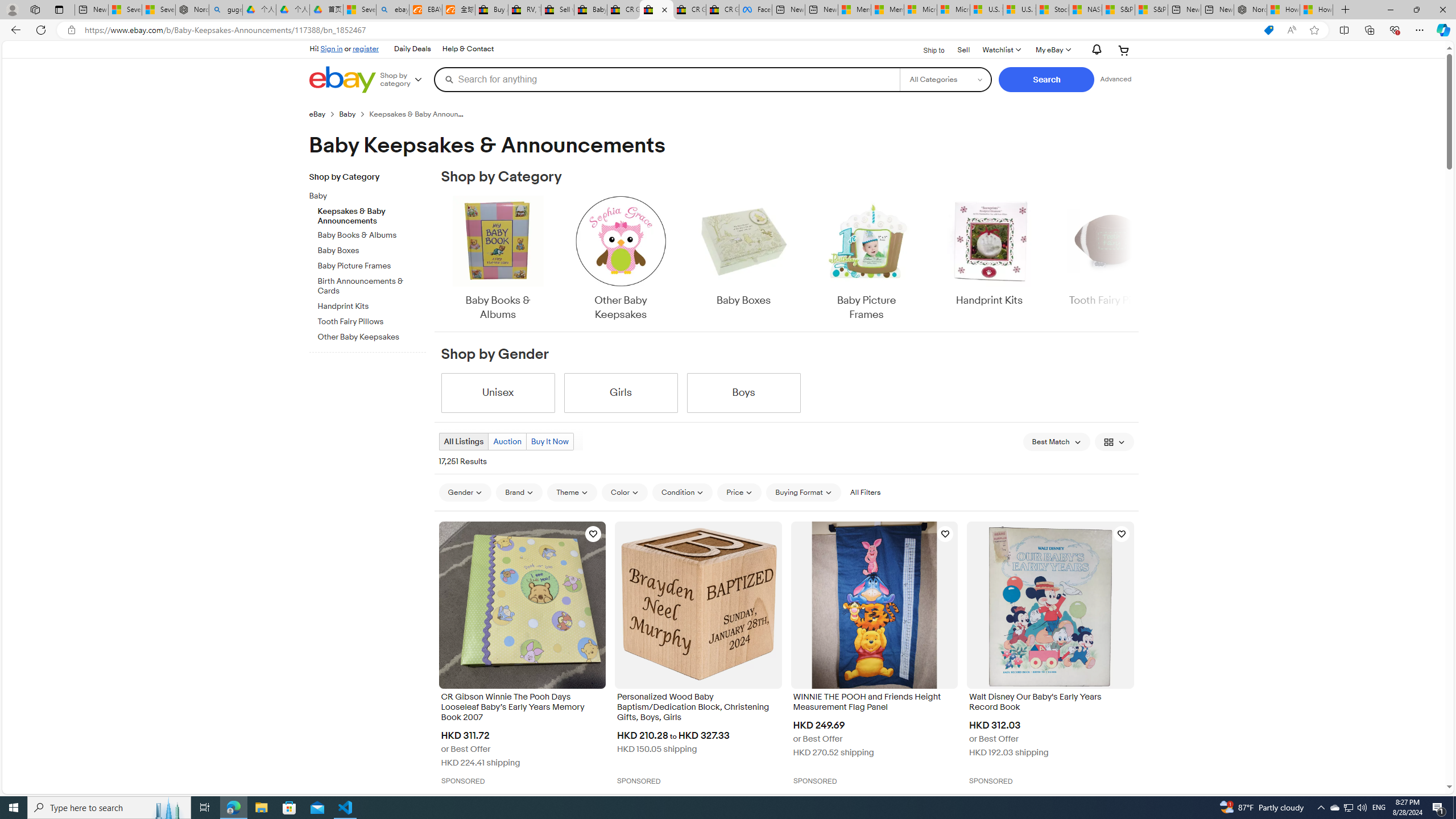 The height and width of the screenshot is (819, 1456). Describe the element at coordinates (412, 49) in the screenshot. I see `'Daily Deals'` at that location.